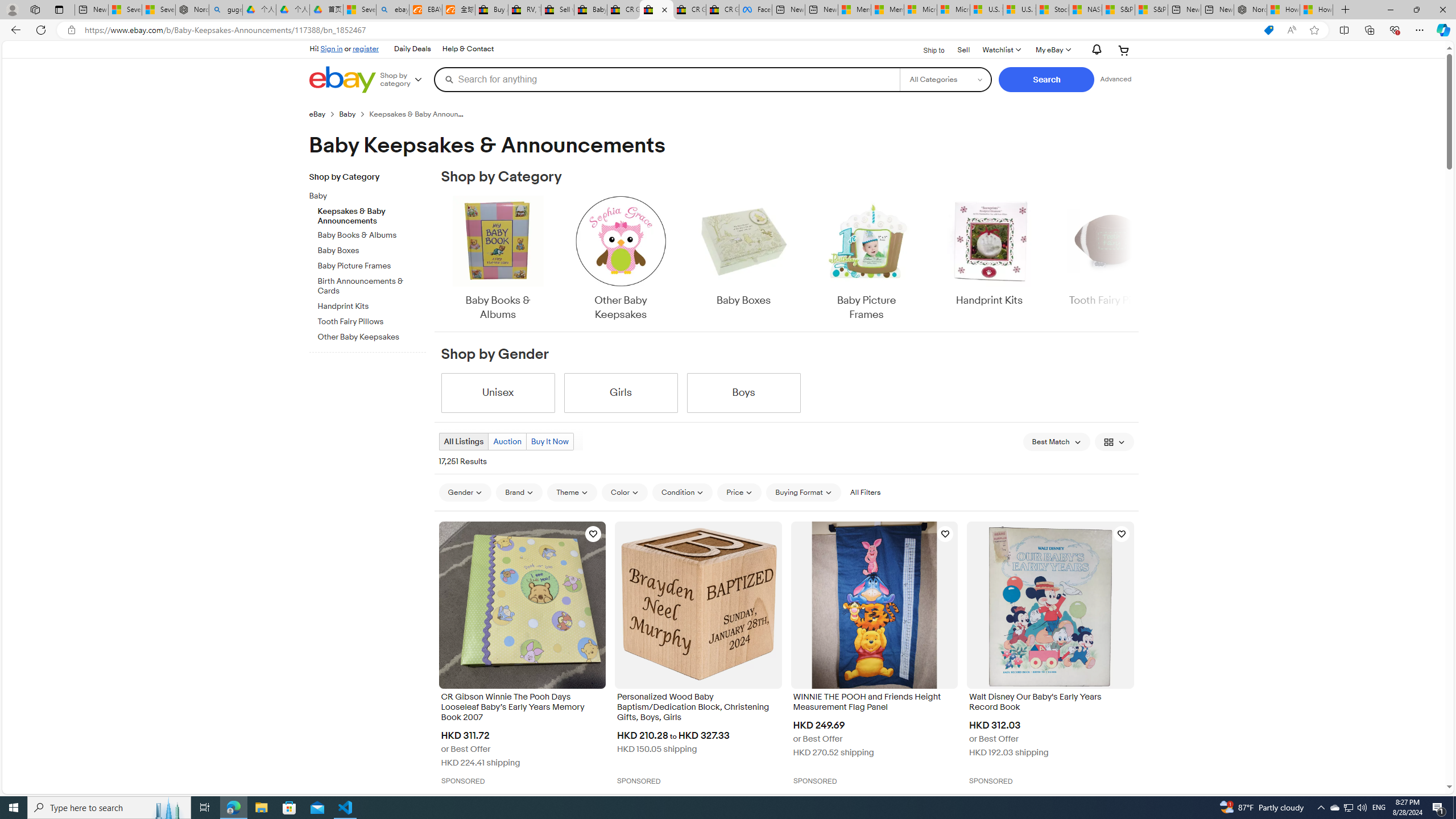 The height and width of the screenshot is (819, 1456). Describe the element at coordinates (412, 49) in the screenshot. I see `'Daily Deals'` at that location.